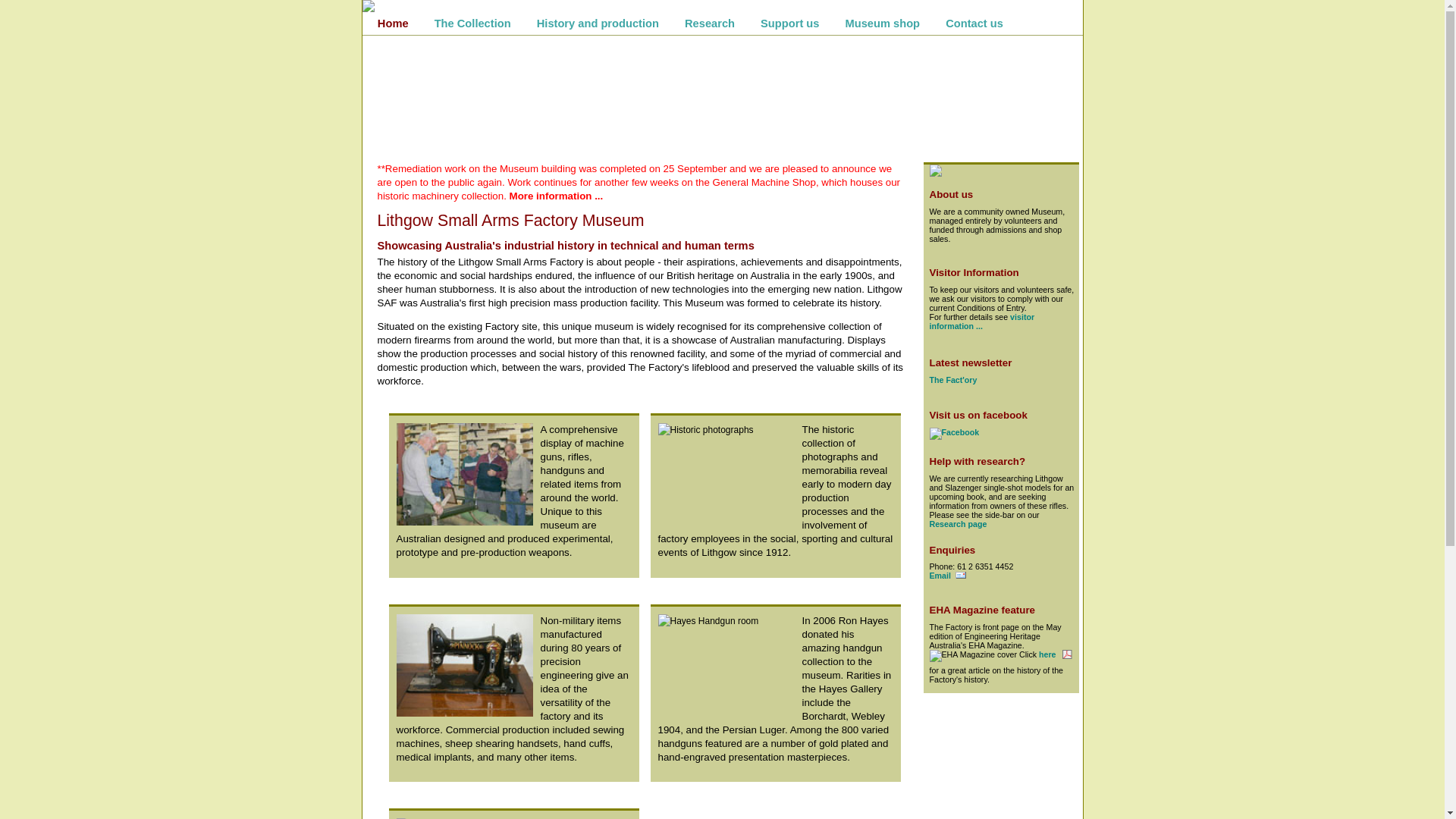  I want to click on 'Support us', so click(789, 23).